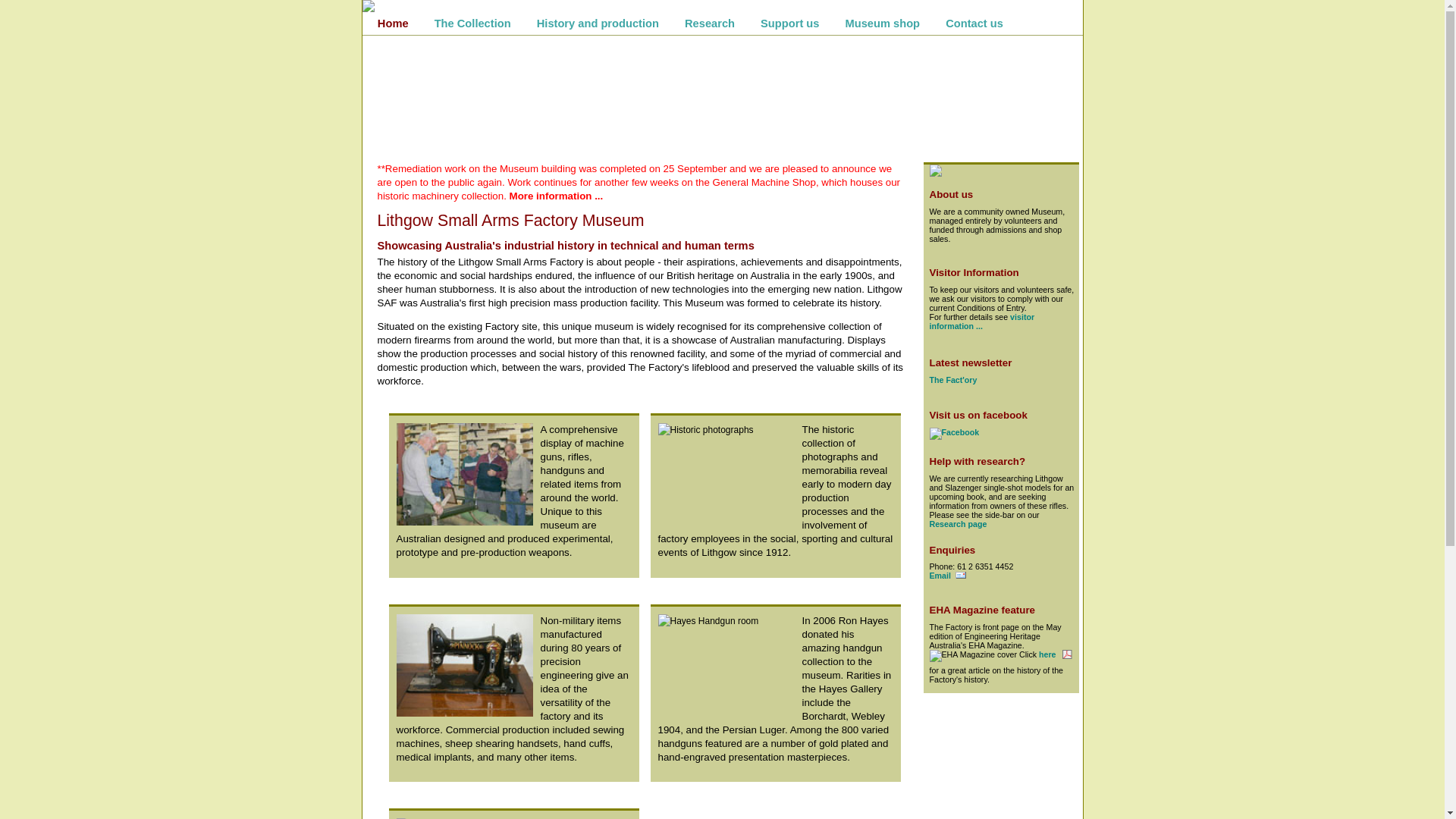  I want to click on 'Support us', so click(789, 23).